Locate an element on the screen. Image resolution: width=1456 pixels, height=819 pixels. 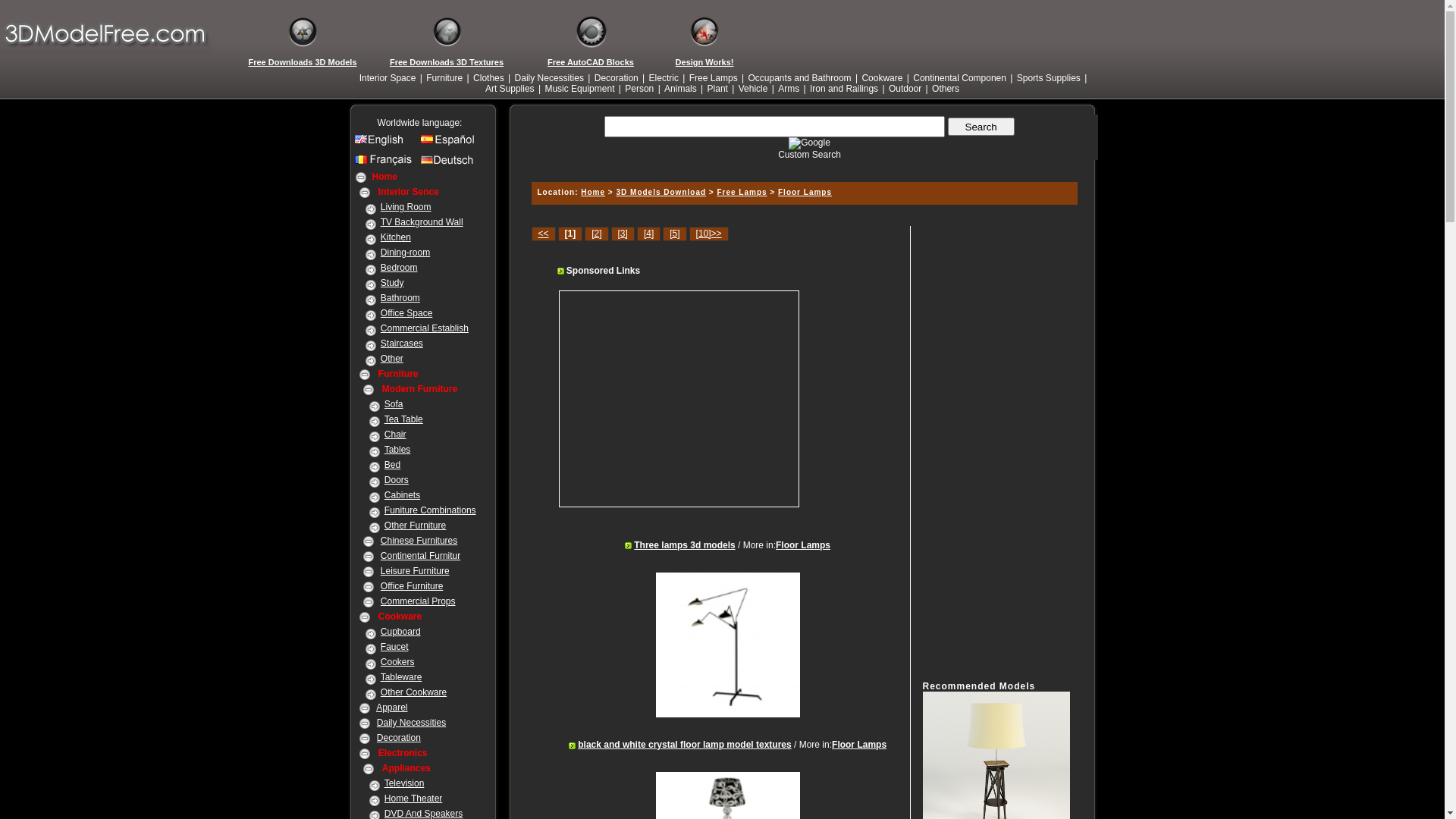
'Staircases' is located at coordinates (401, 343).